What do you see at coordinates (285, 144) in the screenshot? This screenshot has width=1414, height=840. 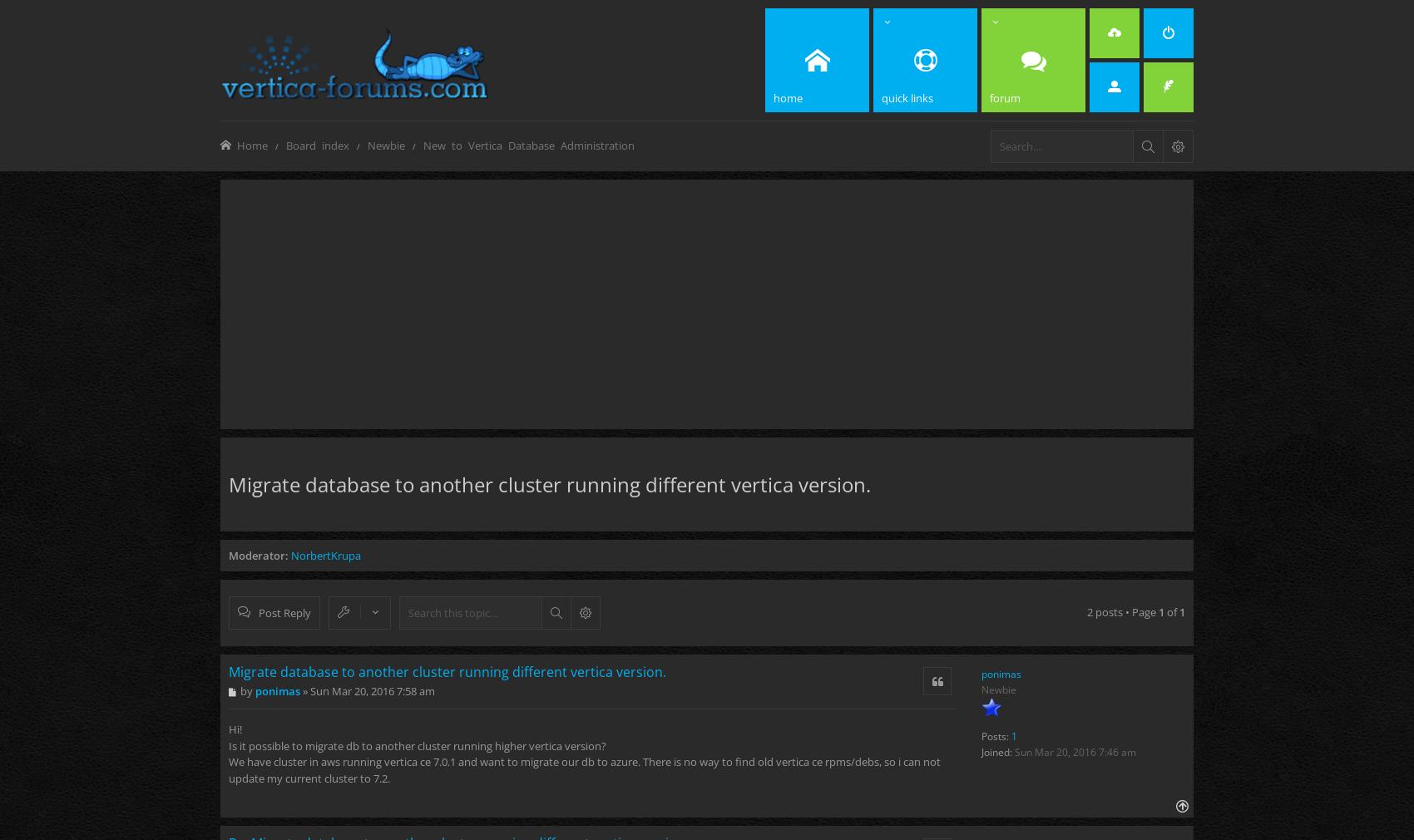 I see `'Board index'` at bounding box center [285, 144].